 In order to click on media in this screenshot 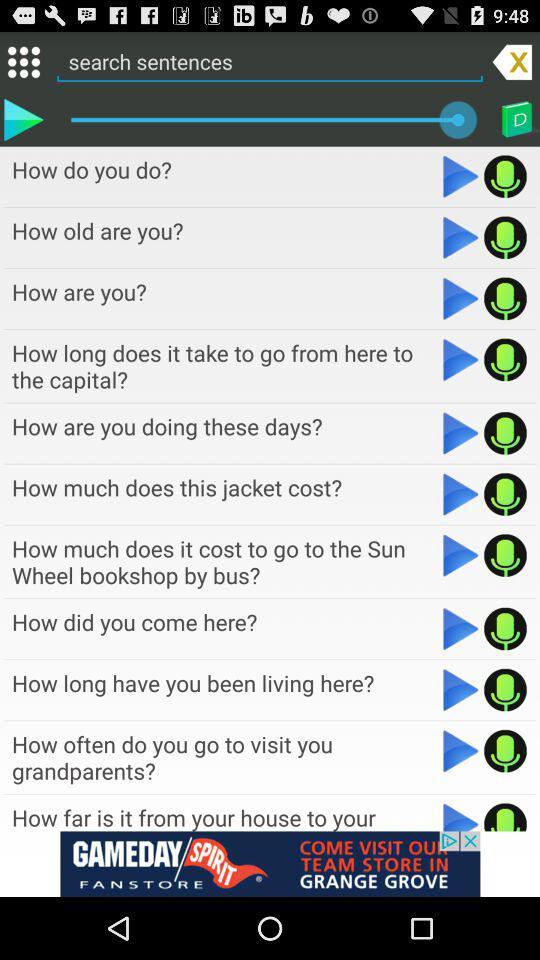, I will do `click(461, 555)`.